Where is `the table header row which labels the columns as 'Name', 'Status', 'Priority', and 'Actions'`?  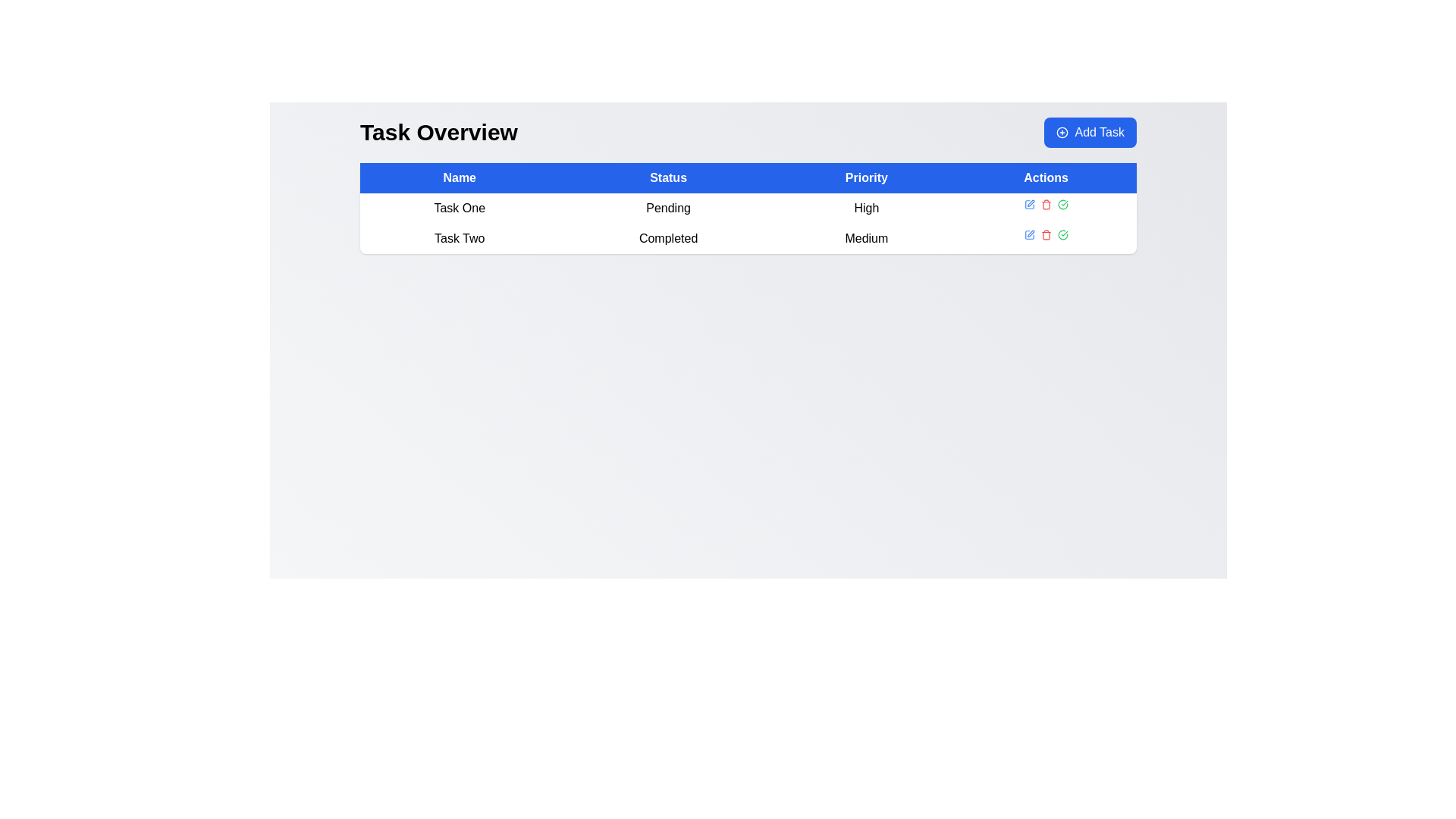 the table header row which labels the columns as 'Name', 'Status', 'Priority', and 'Actions' is located at coordinates (748, 177).